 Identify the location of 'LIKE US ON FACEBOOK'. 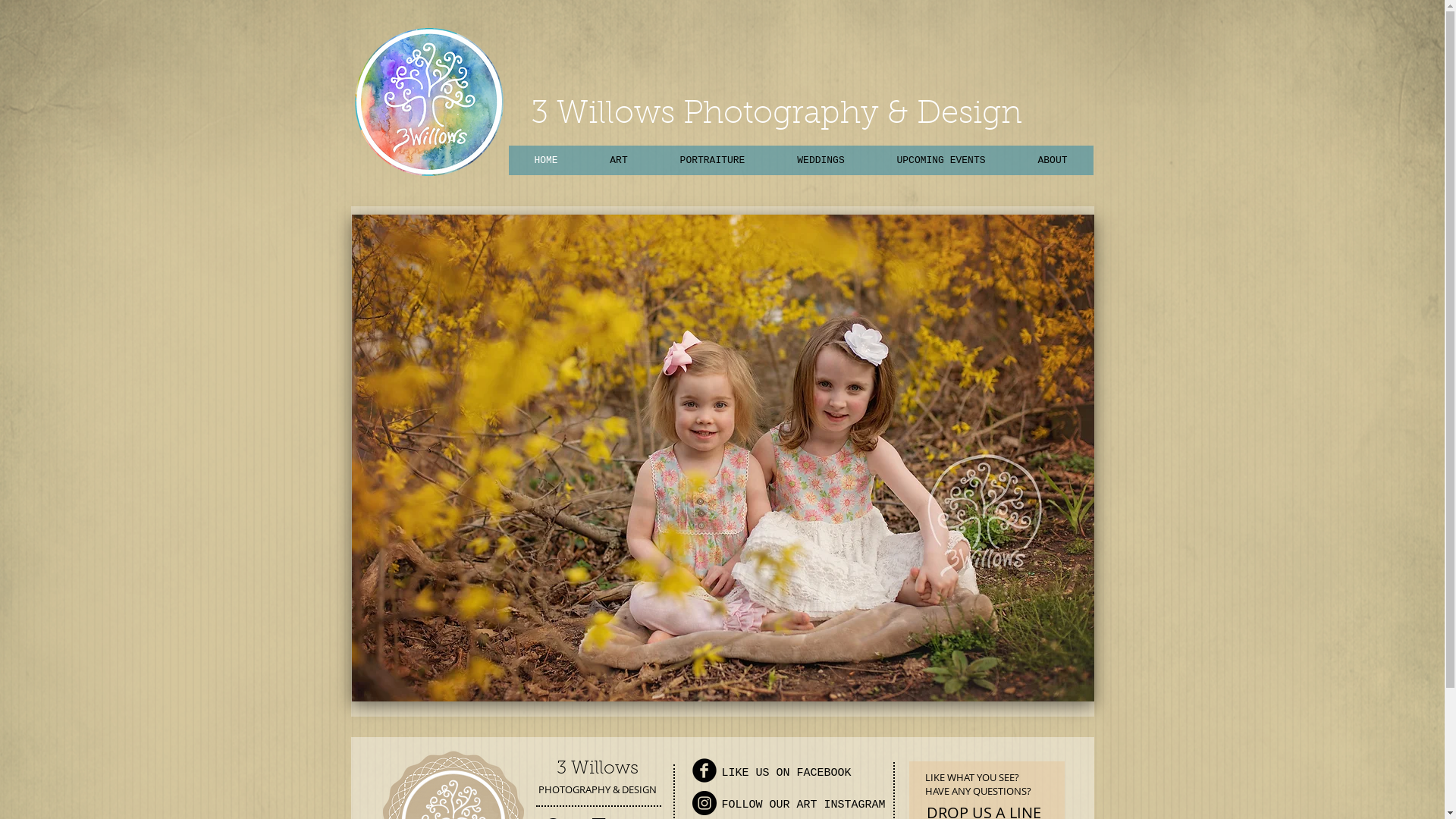
(786, 773).